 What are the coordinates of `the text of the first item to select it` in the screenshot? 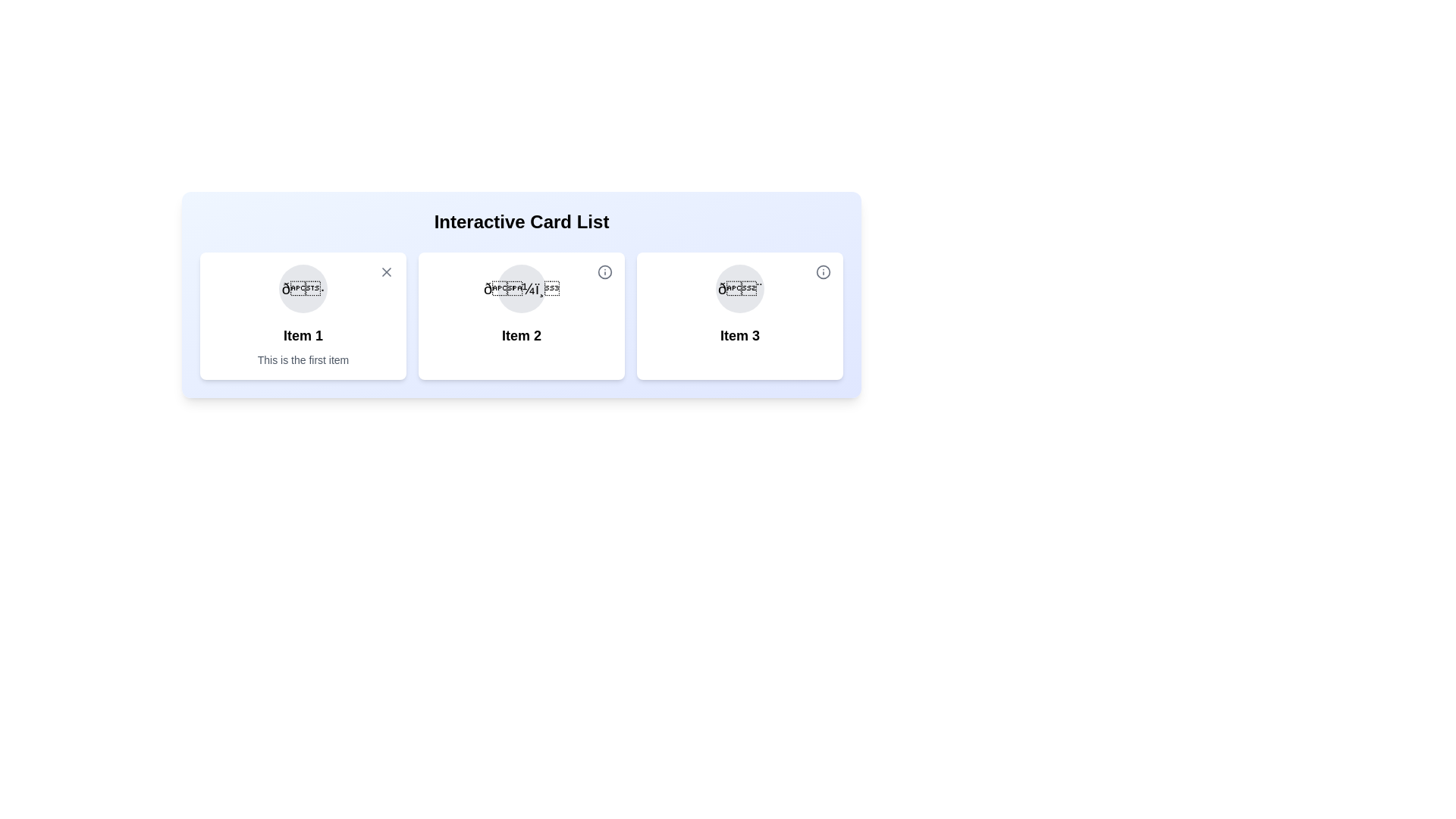 It's located at (303, 335).